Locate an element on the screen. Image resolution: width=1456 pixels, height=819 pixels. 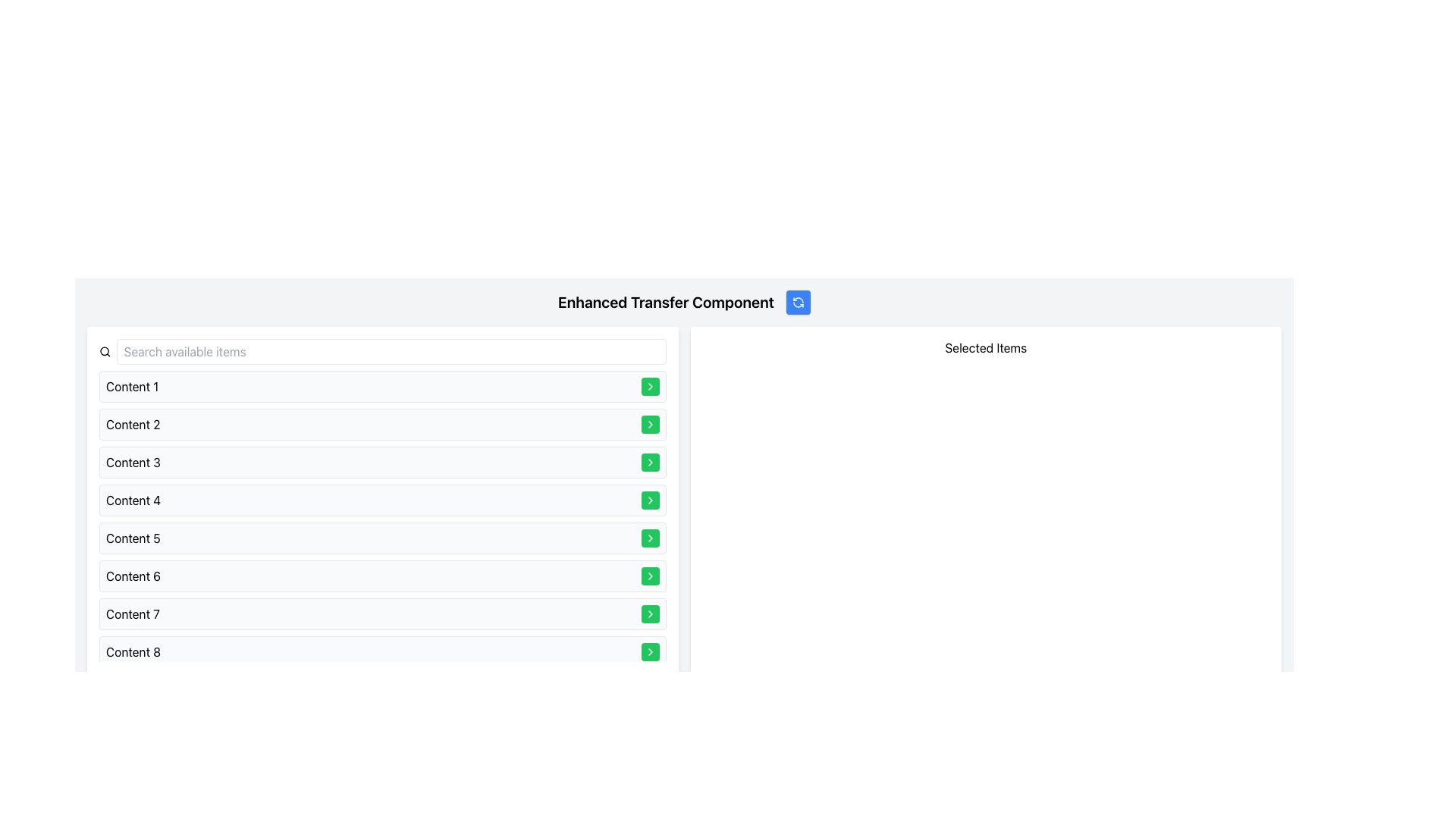
the refresh button located immediately to the right of the 'Enhanced Transfer Component' text in the header section is located at coordinates (797, 302).